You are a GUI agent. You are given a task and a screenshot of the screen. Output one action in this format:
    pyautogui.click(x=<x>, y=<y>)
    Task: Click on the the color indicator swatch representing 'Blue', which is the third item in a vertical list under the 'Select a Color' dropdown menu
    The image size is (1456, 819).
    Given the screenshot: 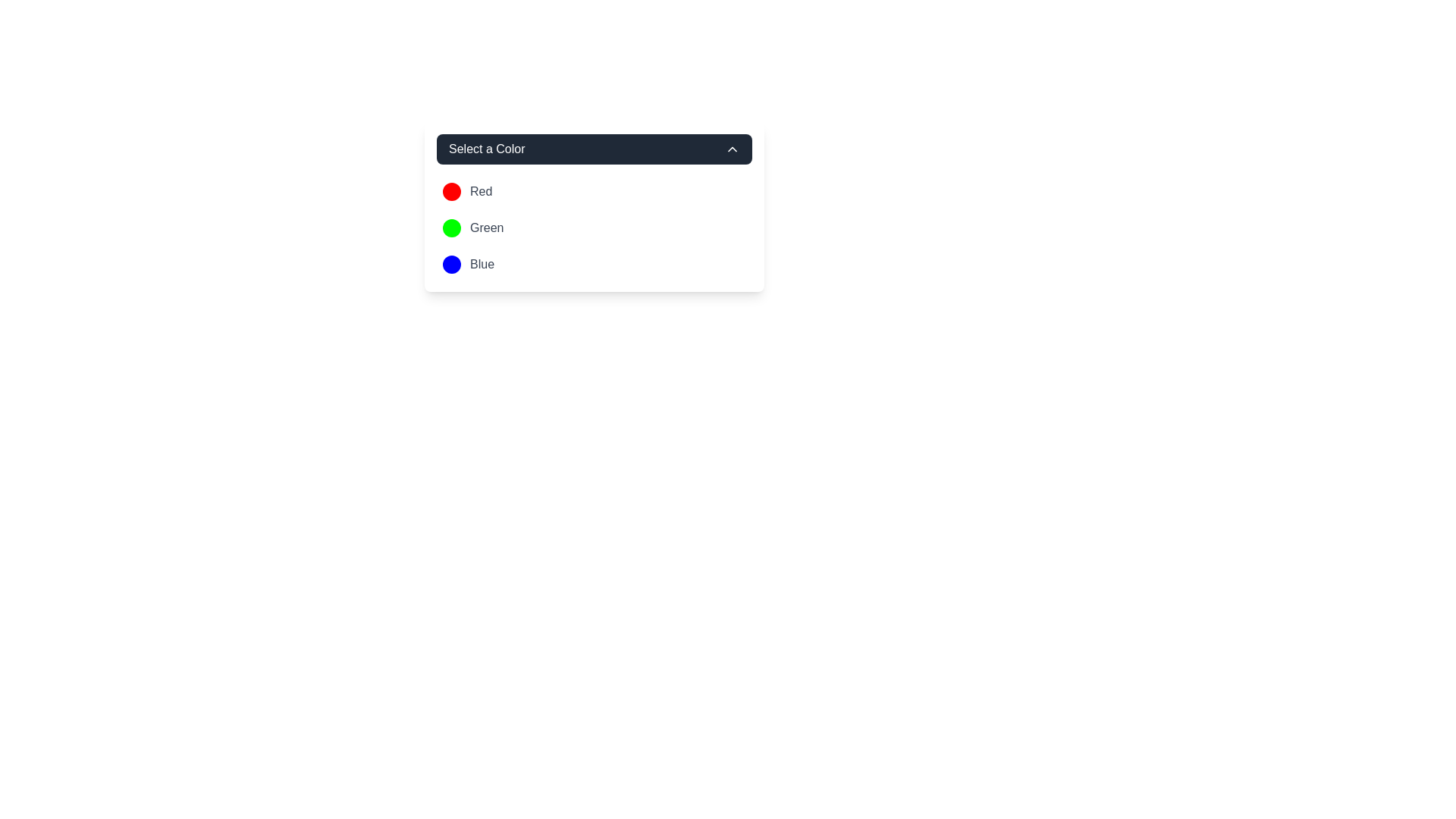 What is the action you would take?
    pyautogui.click(x=450, y=263)
    